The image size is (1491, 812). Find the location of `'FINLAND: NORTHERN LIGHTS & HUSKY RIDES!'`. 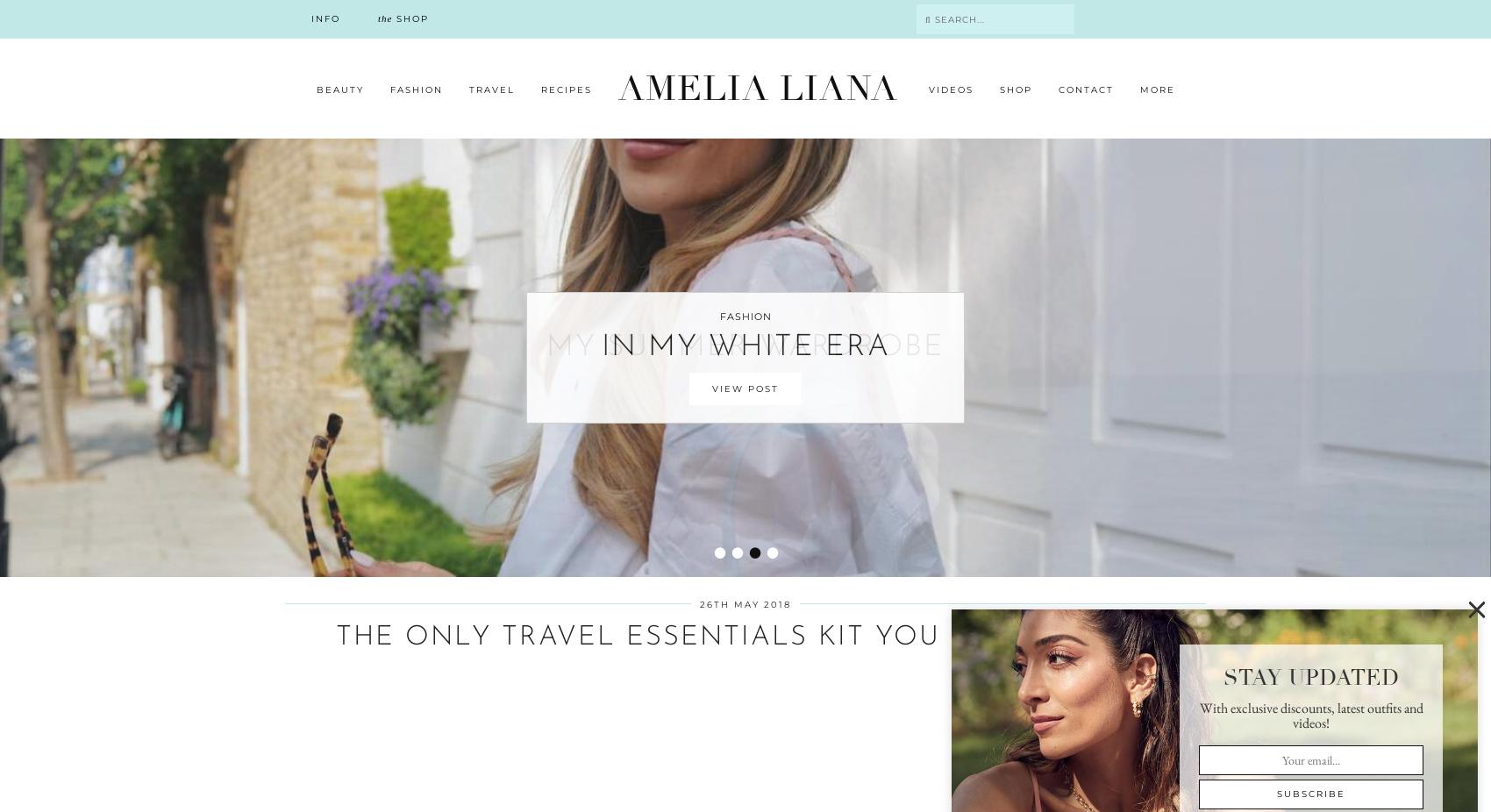

'FINLAND: NORTHERN LIGHTS & HUSKY RIDES!' is located at coordinates (1052, 526).